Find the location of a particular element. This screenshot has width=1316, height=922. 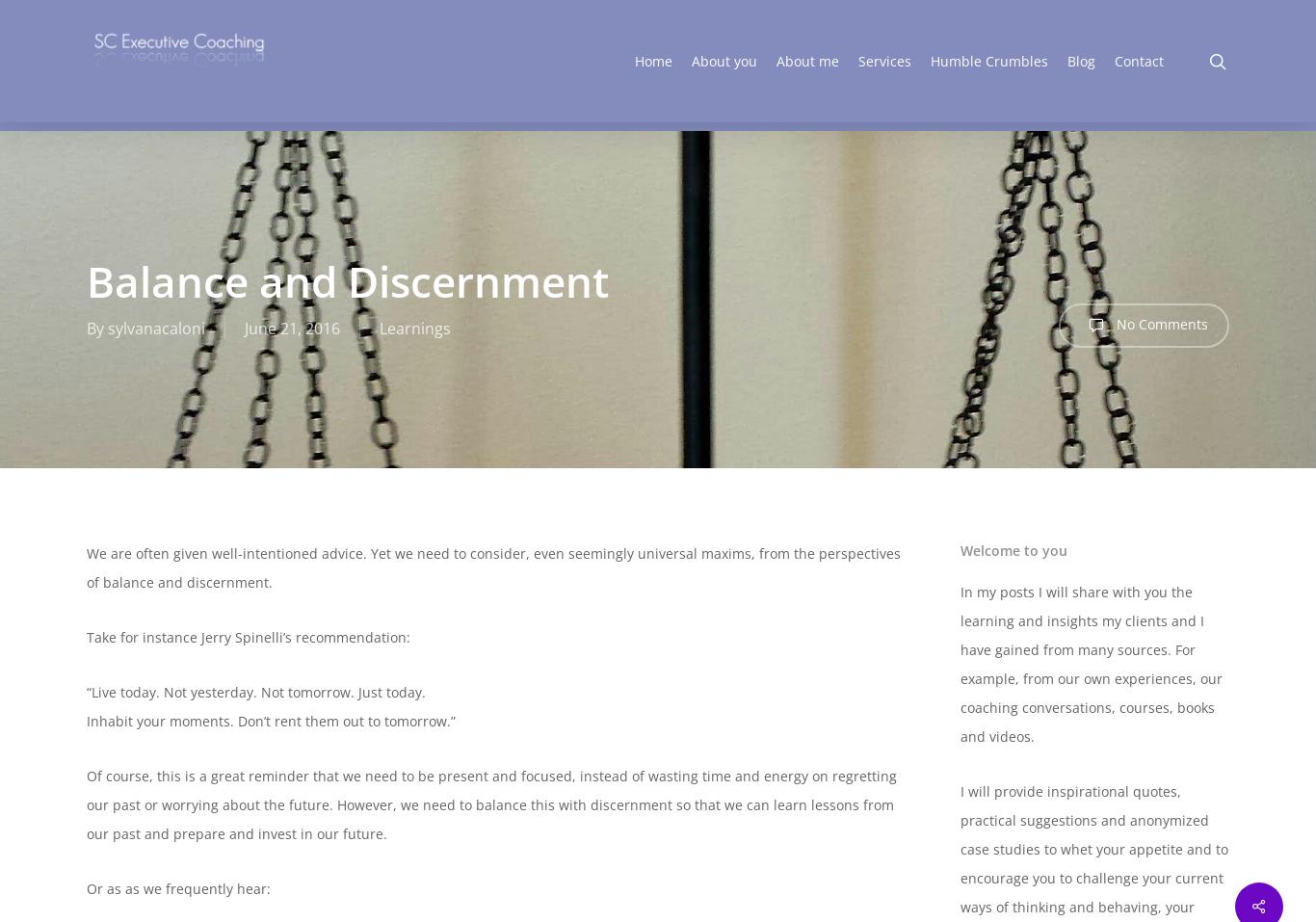

'Balance and Discernment' is located at coordinates (87, 280).